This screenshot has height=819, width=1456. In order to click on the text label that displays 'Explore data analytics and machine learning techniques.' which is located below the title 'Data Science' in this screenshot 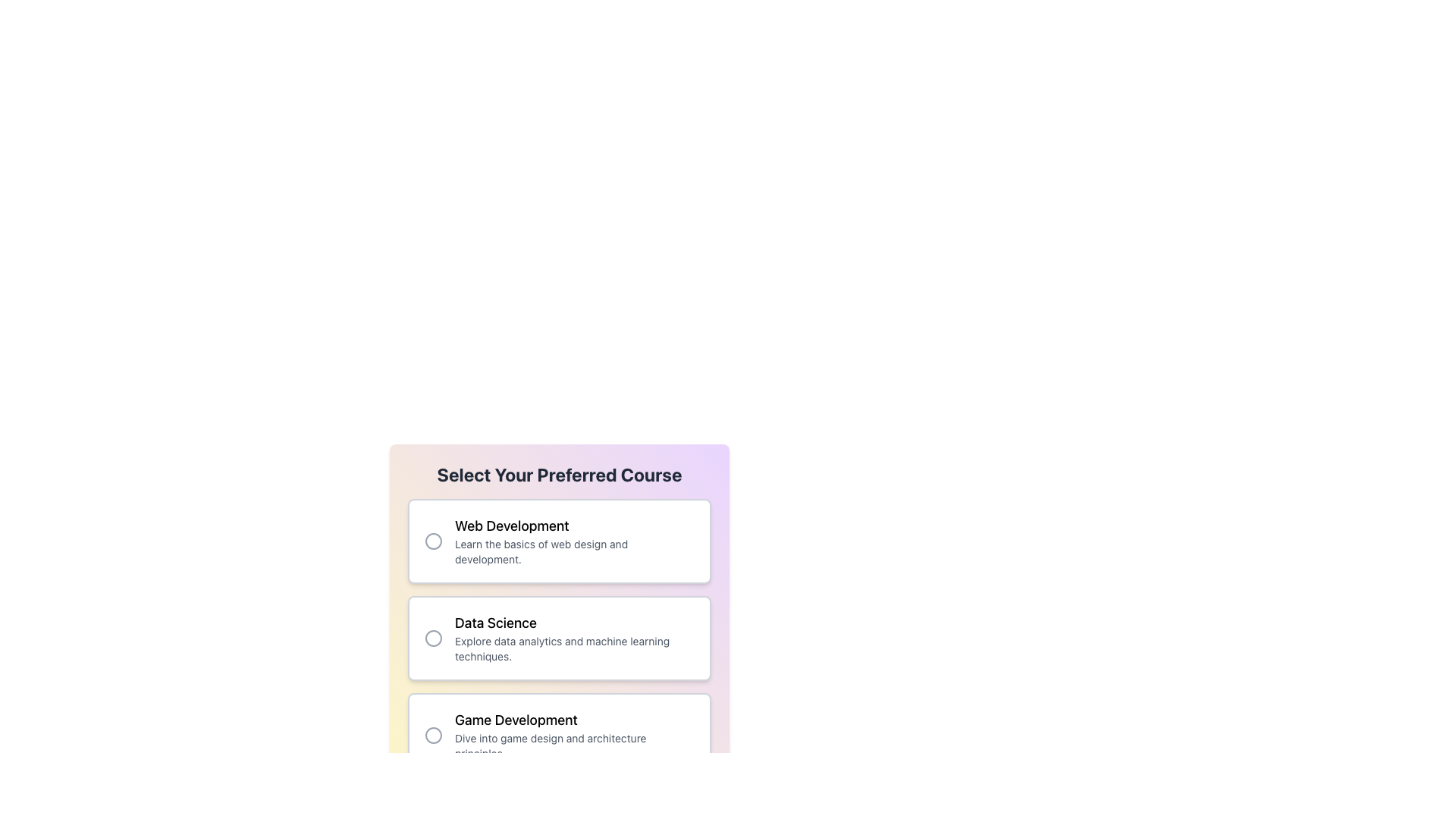, I will do `click(574, 648)`.